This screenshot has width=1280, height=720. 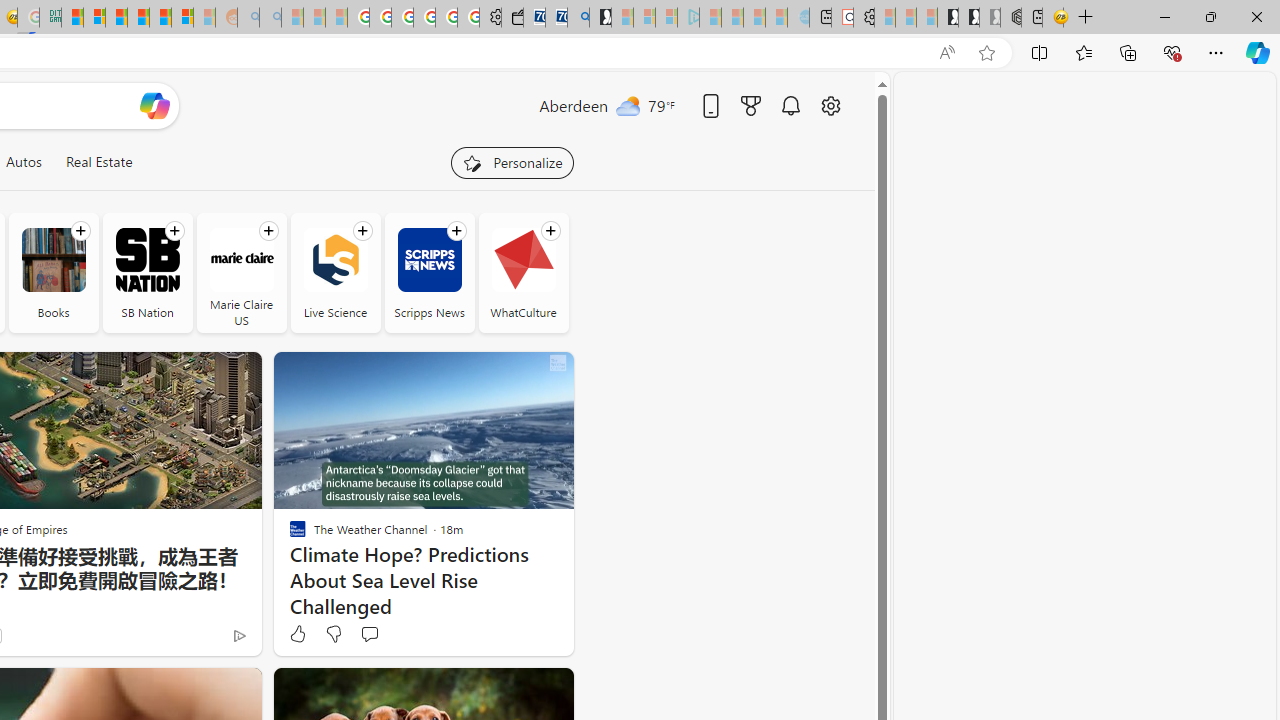 What do you see at coordinates (146, 259) in the screenshot?
I see `'SB Nation'` at bounding box center [146, 259].